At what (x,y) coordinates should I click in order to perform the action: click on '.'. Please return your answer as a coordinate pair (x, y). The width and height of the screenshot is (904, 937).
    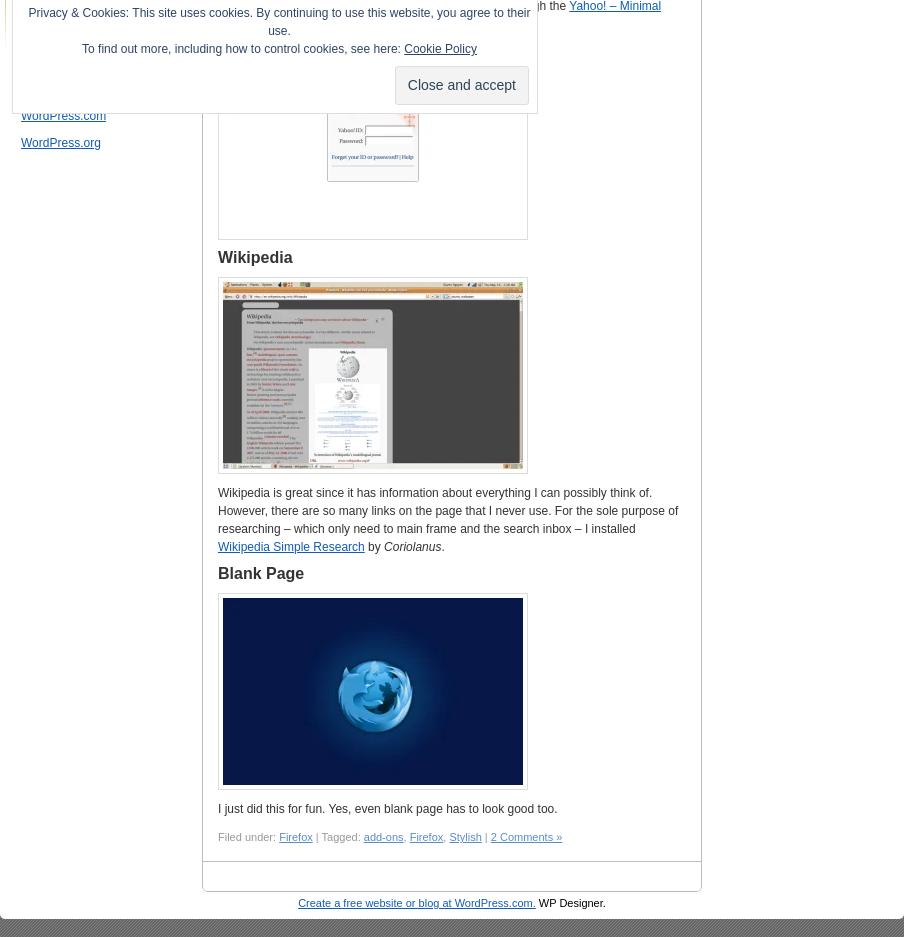
    Looking at the image, I should click on (442, 547).